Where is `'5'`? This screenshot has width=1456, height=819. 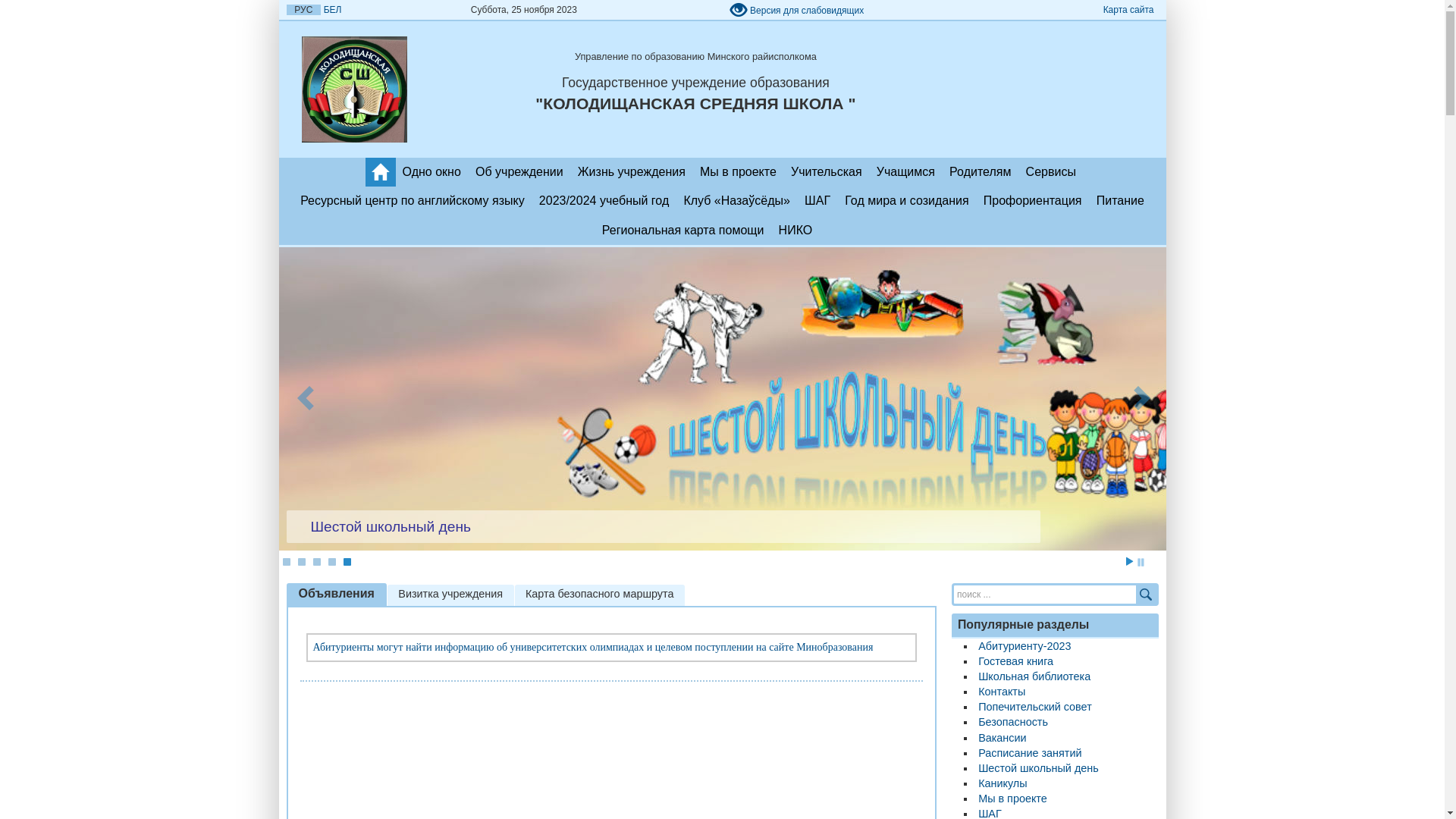 '5' is located at coordinates (345, 561).